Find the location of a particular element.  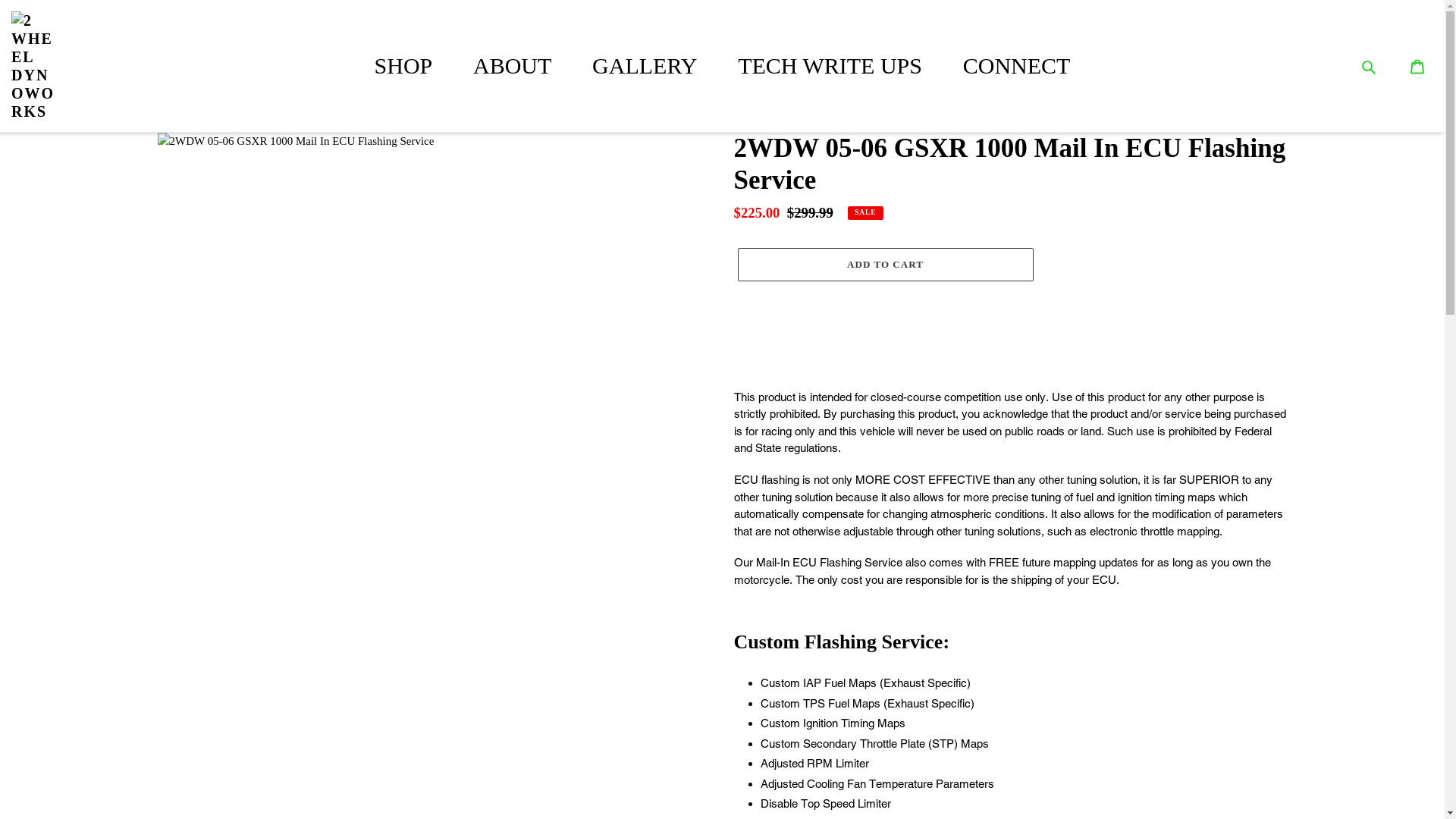

'SHOP' is located at coordinates (403, 64).